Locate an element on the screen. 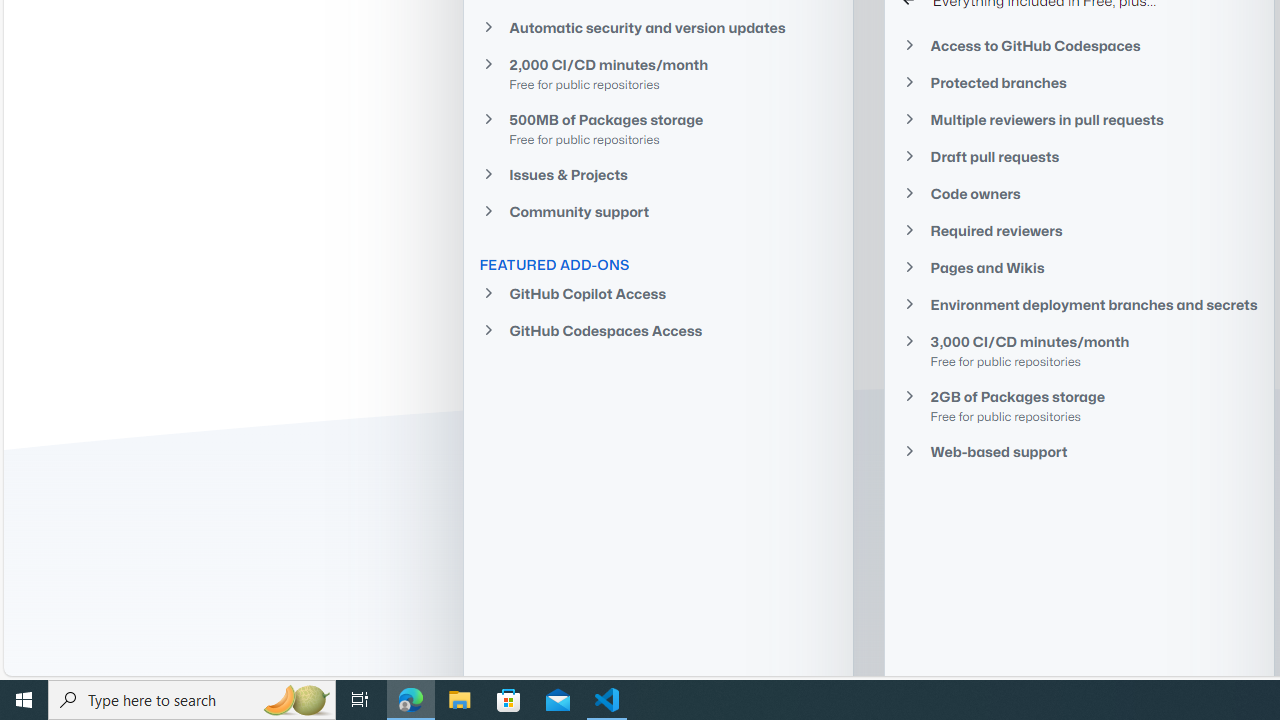  '2GB of Packages storage Free for public repositories' is located at coordinates (1078, 405).